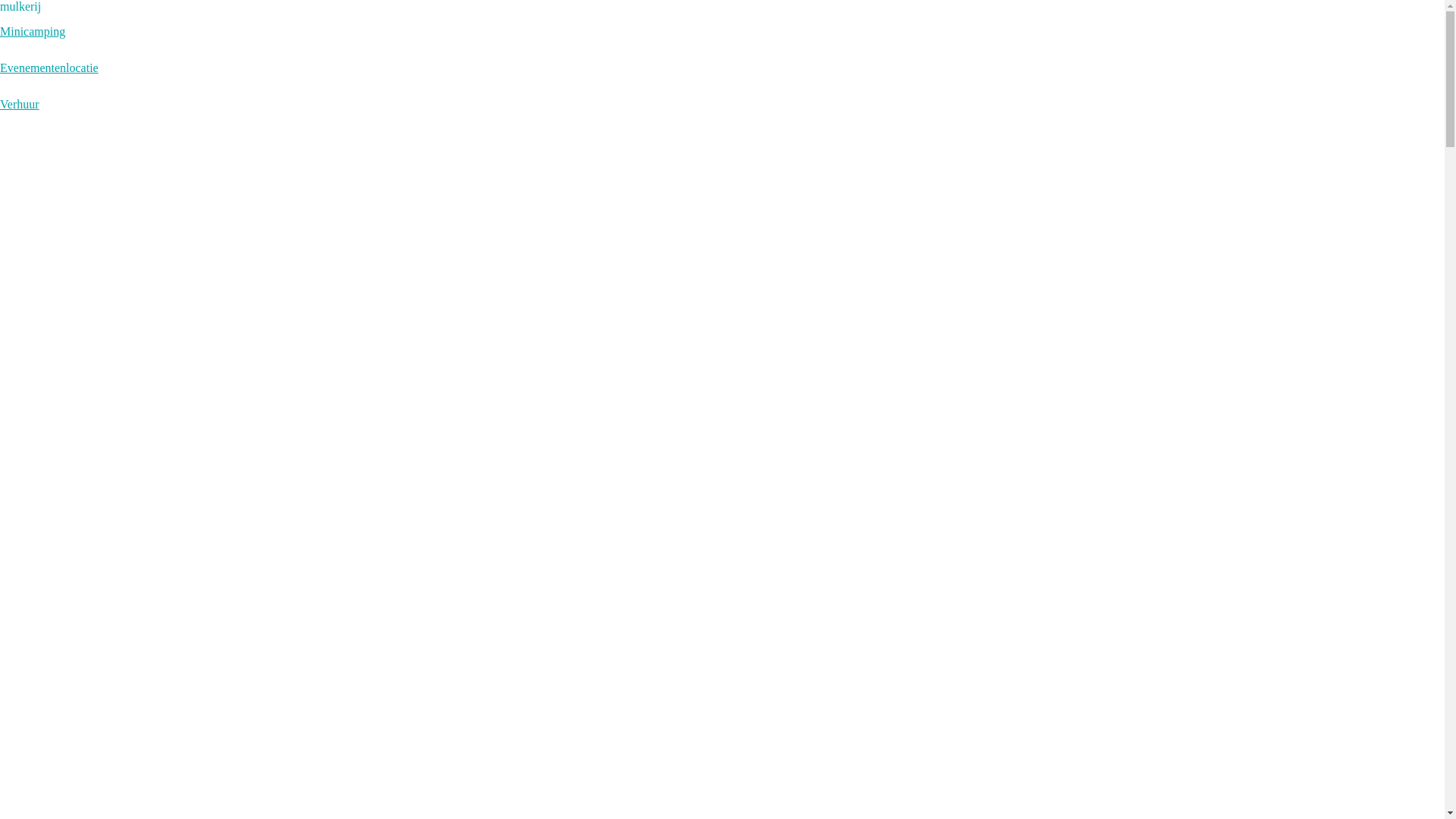 This screenshot has height=819, width=1456. What do you see at coordinates (49, 67) in the screenshot?
I see `'Evenementenlocatie'` at bounding box center [49, 67].